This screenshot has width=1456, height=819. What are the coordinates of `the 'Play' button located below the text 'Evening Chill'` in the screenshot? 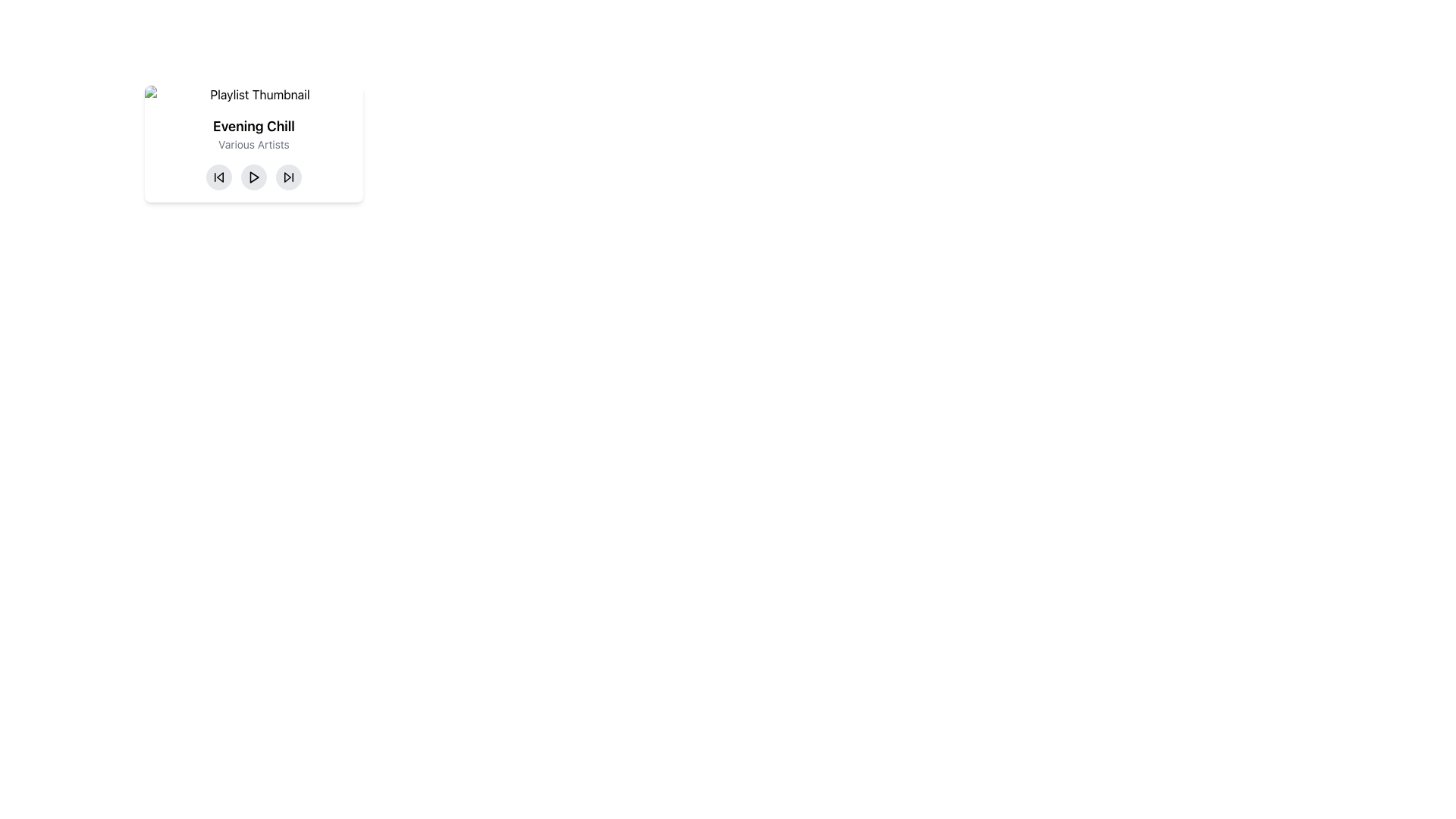 It's located at (254, 177).